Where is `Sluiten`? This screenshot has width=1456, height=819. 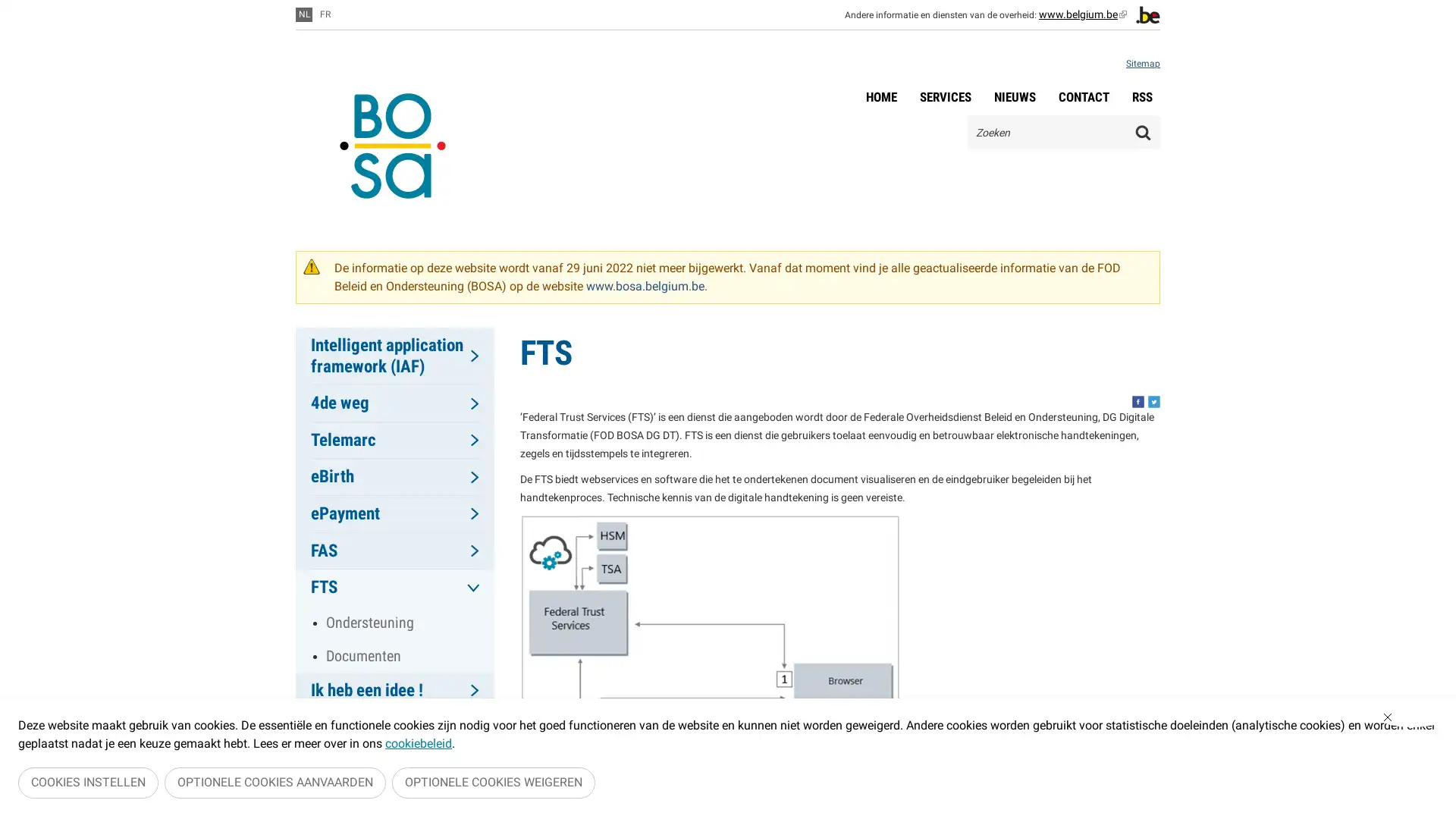
Sluiten is located at coordinates (1411, 720).